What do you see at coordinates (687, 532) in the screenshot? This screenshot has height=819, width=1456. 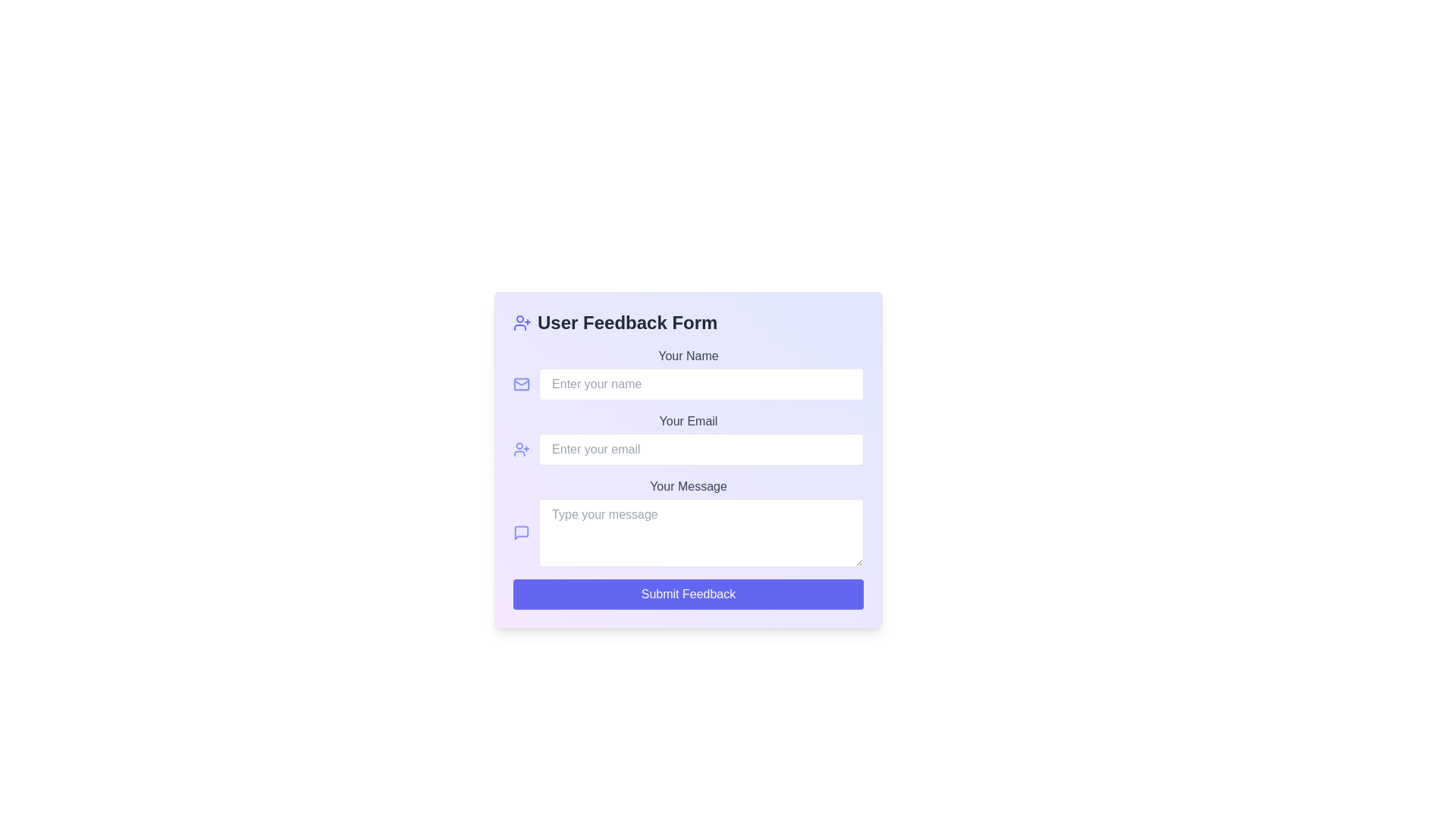 I see `the textarea input for user feedback, located in the 'Your Message' section, beneath the 'Your Email' field and above the 'Submit Feedback' button` at bounding box center [687, 532].